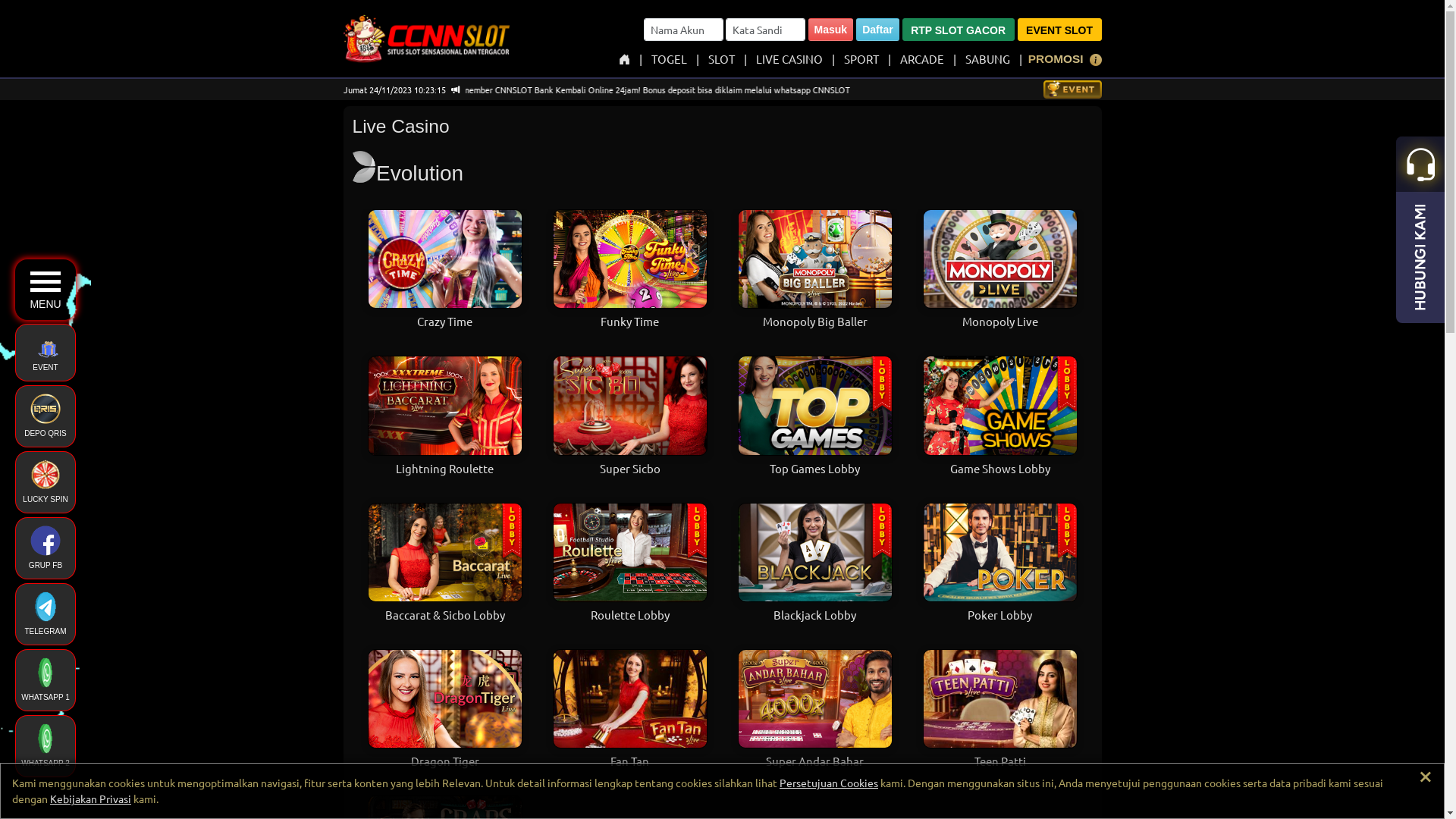 The image size is (1456, 819). I want to click on 'Informasi', so click(1095, 60).